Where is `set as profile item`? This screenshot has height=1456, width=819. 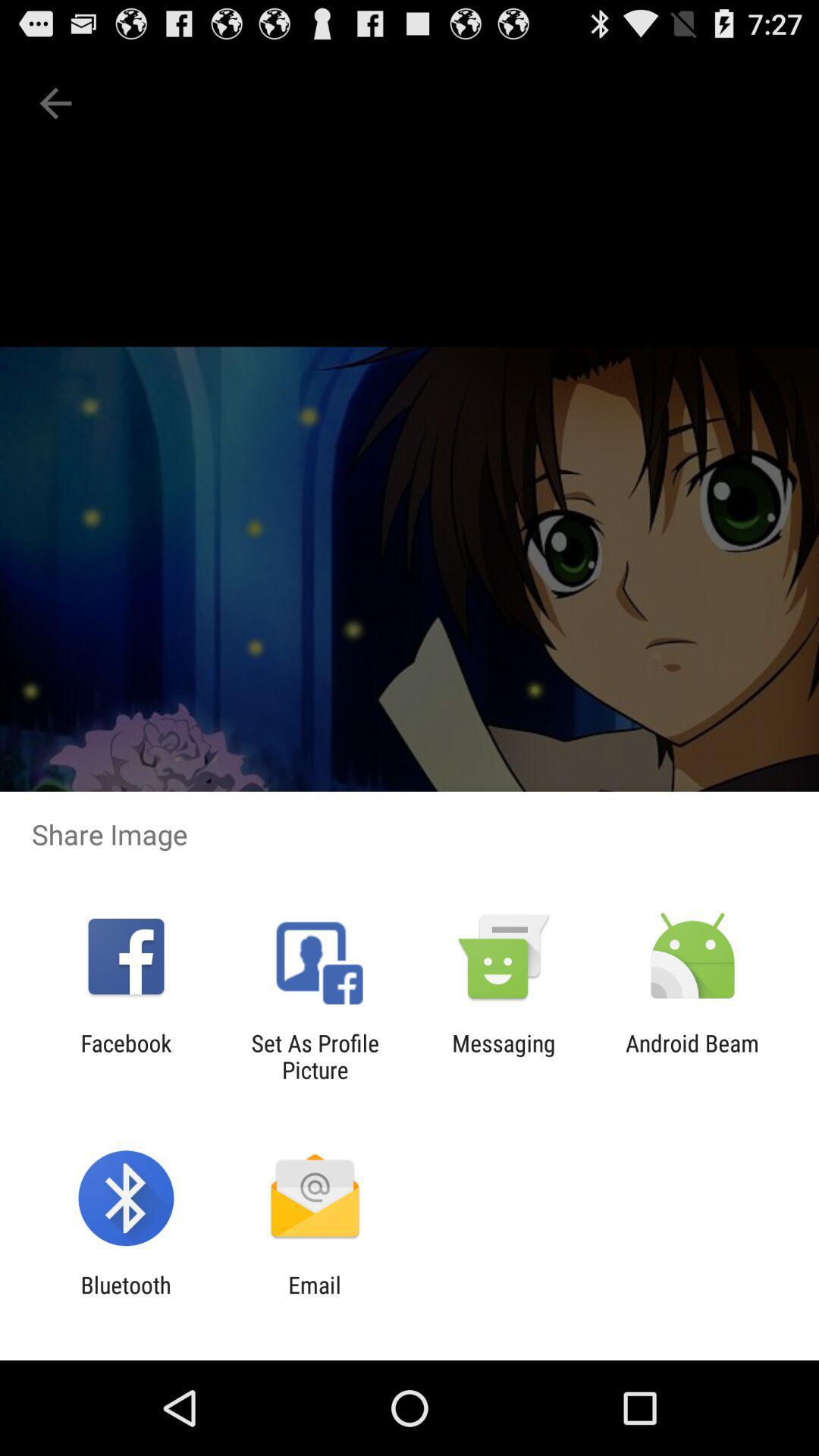 set as profile item is located at coordinates (314, 1056).